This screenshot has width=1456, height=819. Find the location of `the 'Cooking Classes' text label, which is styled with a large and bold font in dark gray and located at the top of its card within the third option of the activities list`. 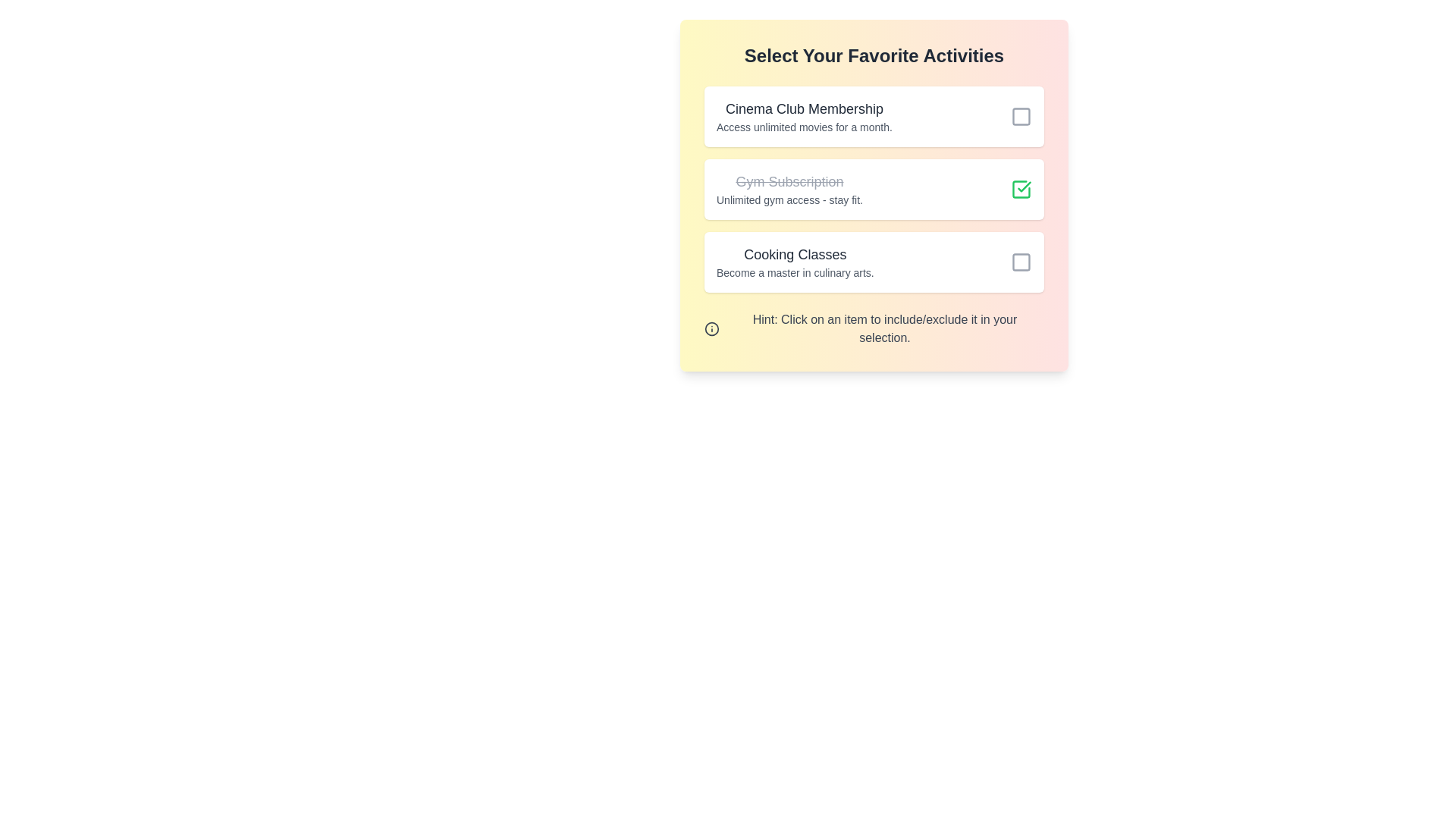

the 'Cooking Classes' text label, which is styled with a large and bold font in dark gray and located at the top of its card within the third option of the activities list is located at coordinates (794, 253).